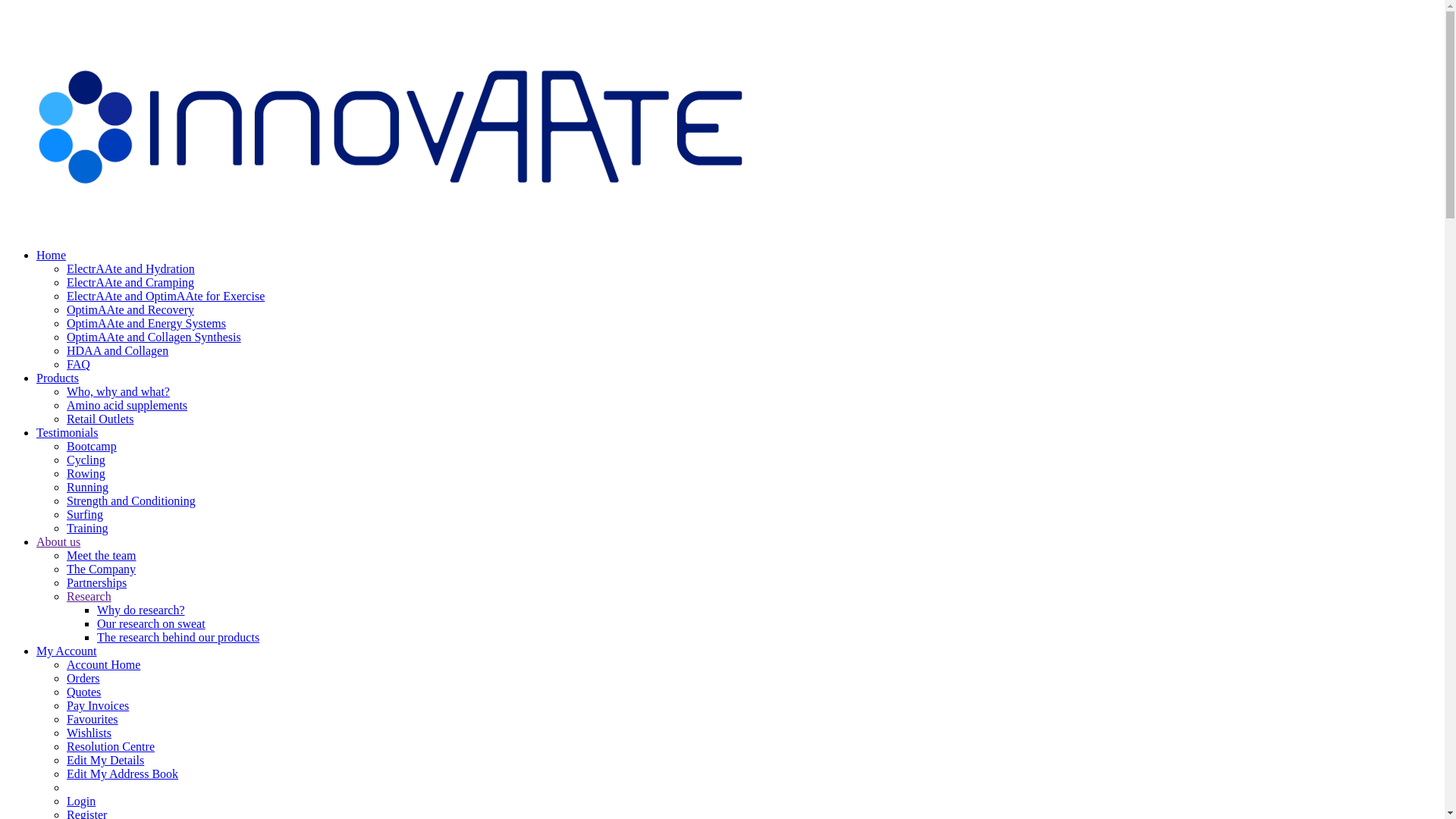 This screenshot has width=1456, height=819. What do you see at coordinates (65, 650) in the screenshot?
I see `'My Account'` at bounding box center [65, 650].